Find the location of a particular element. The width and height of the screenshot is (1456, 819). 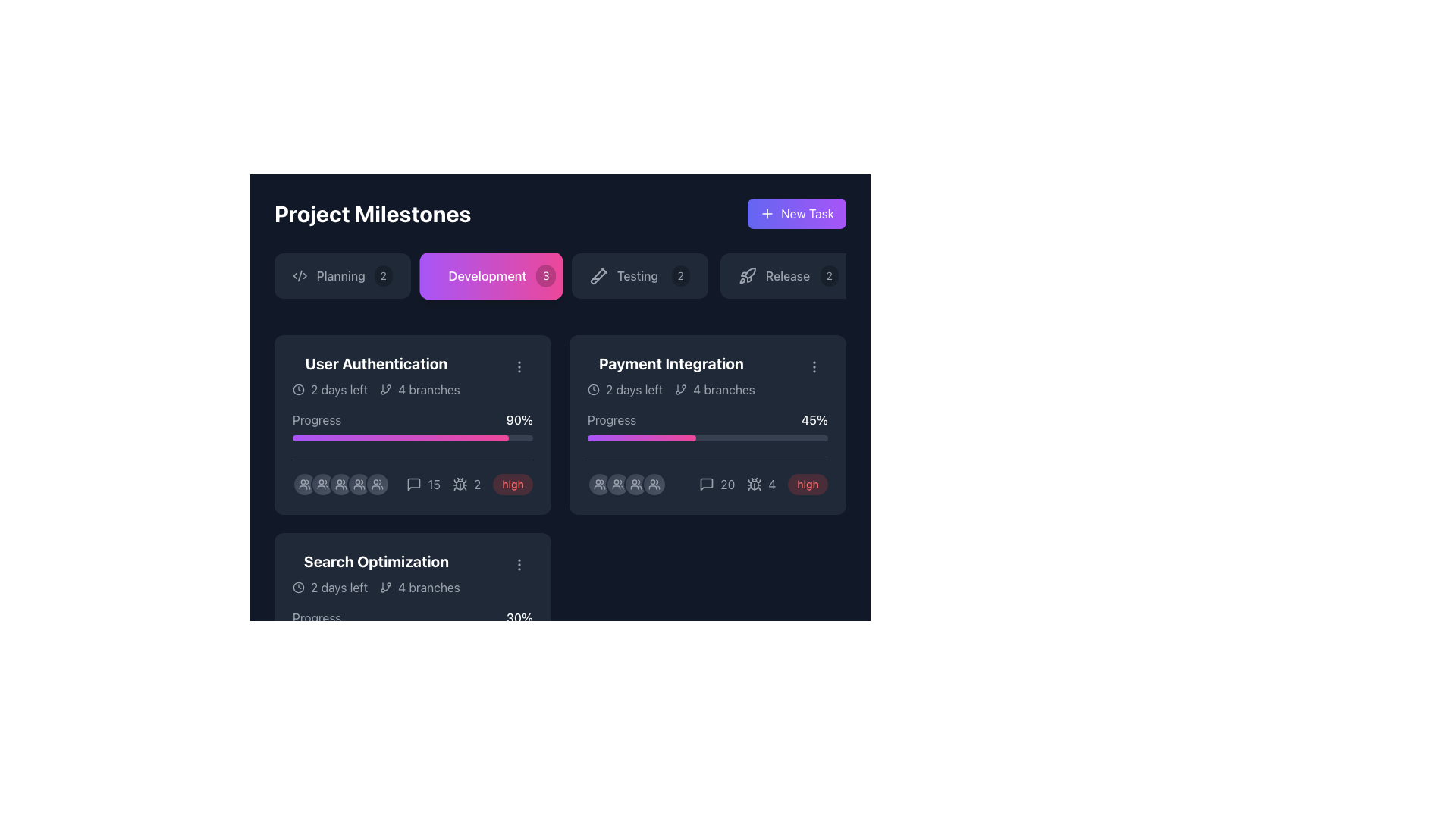

the Member indicator group that represents users associated with the 'Payment Integration' task, located near the bottom of the section beneath the progress bar is located at coordinates (626, 485).